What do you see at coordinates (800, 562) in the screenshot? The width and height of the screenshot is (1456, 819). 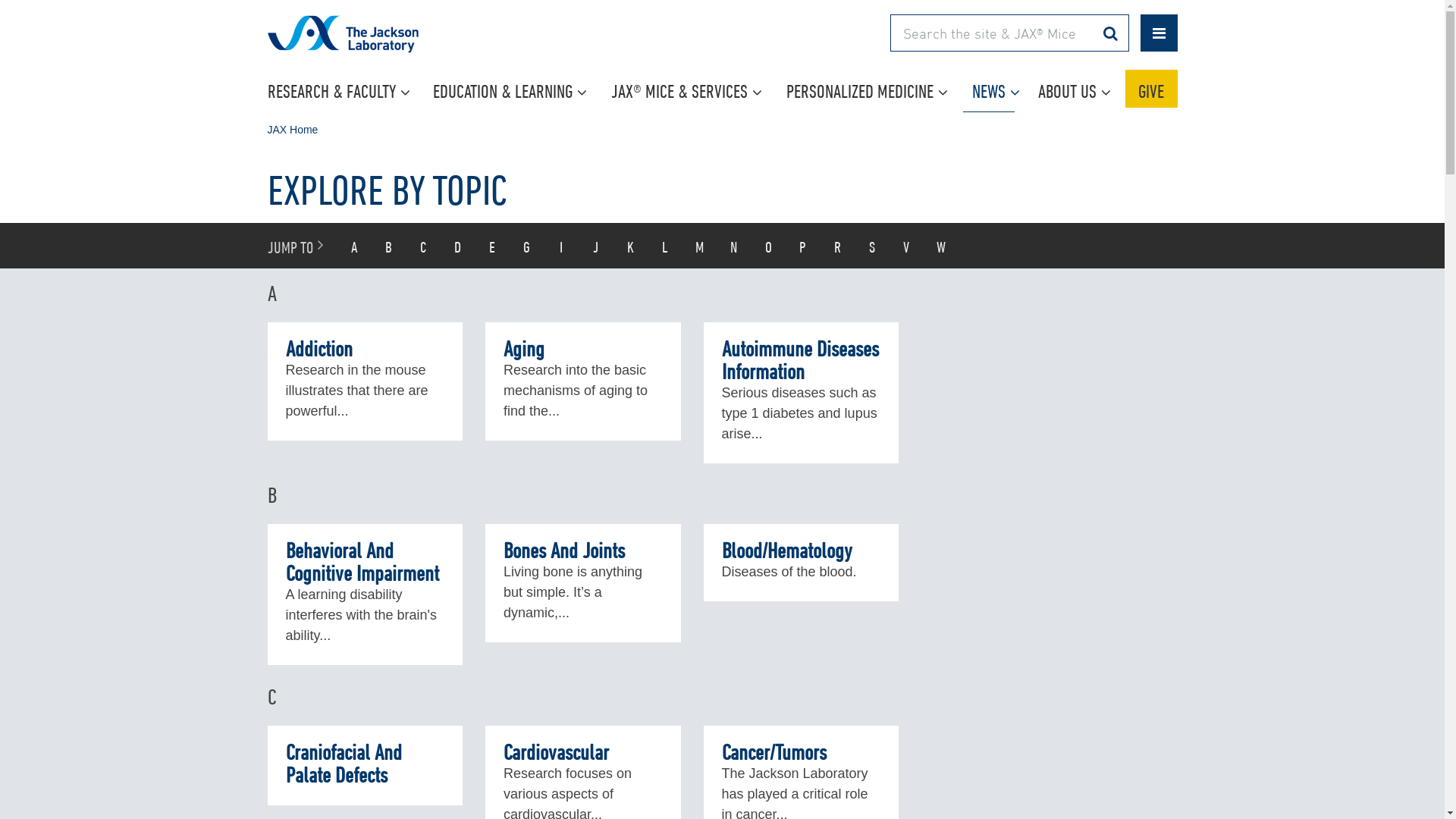 I see `'Blood/Hematology` at bounding box center [800, 562].